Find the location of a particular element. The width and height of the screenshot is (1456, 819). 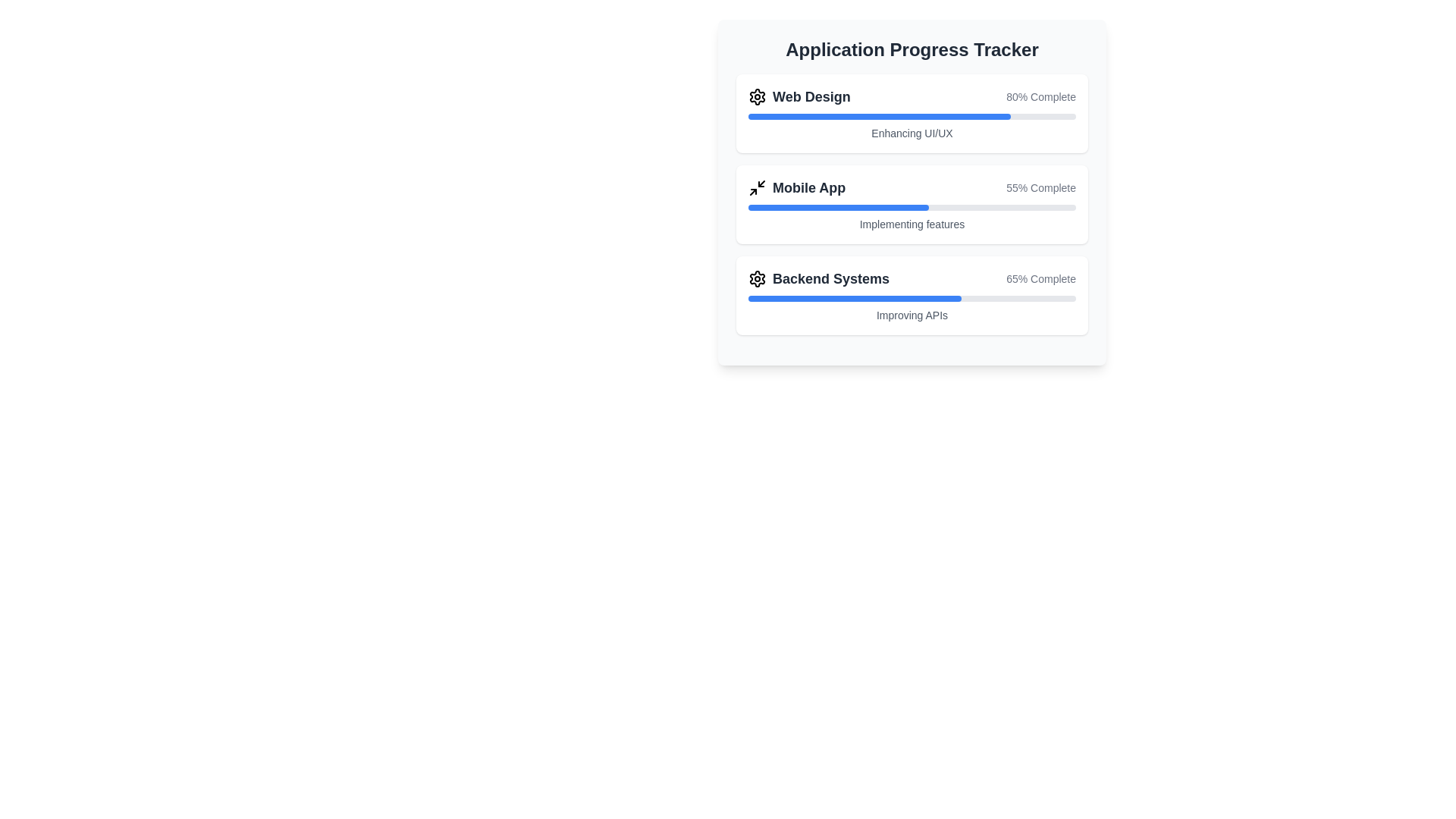

the progress bar indicating the completion of the Web Design task, which is visually represented beneath the 'Web Design' heading and above the 'Enhancing UI/UX' text label is located at coordinates (912, 116).